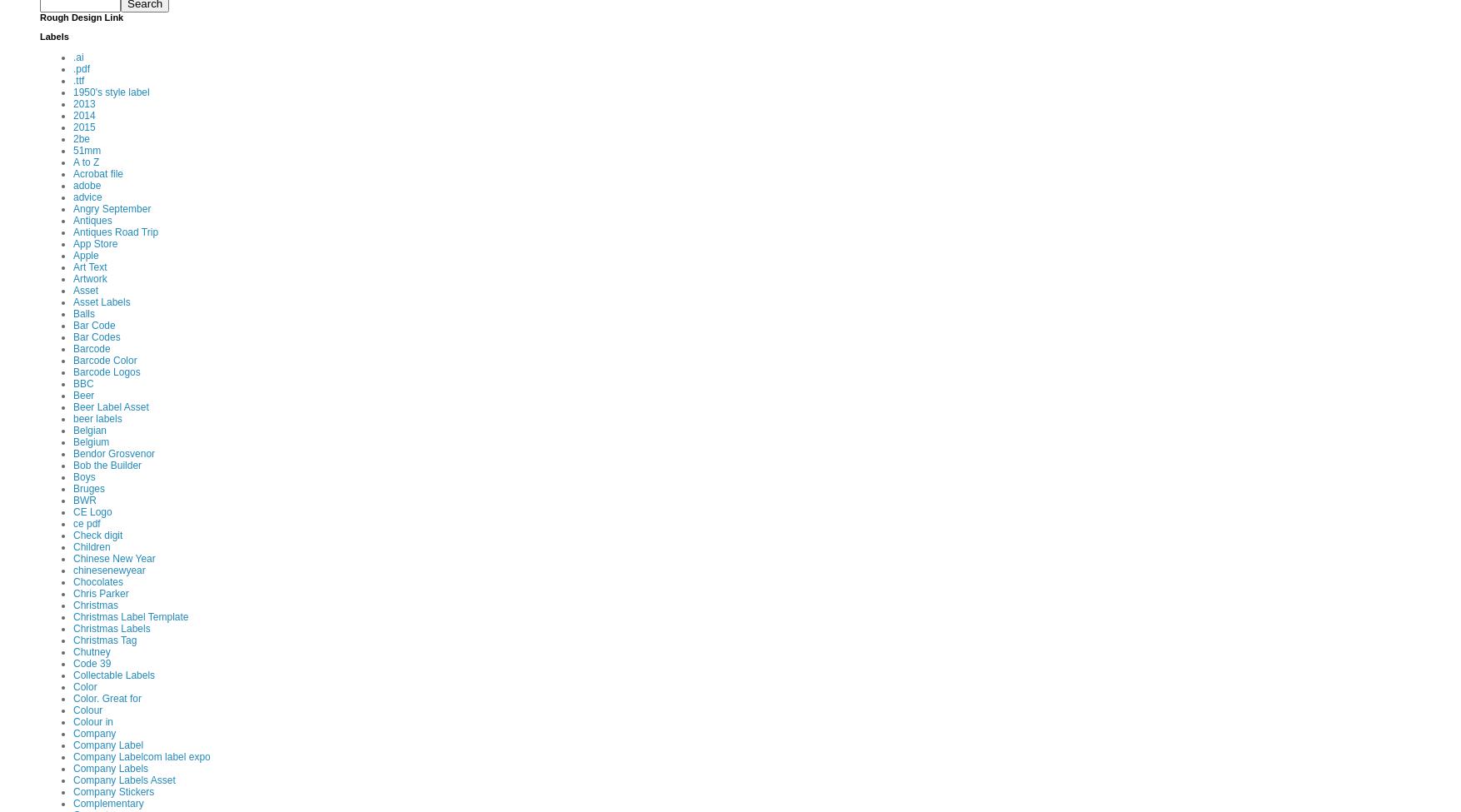  Describe the element at coordinates (103, 639) in the screenshot. I see `'Christmas Tag'` at that location.